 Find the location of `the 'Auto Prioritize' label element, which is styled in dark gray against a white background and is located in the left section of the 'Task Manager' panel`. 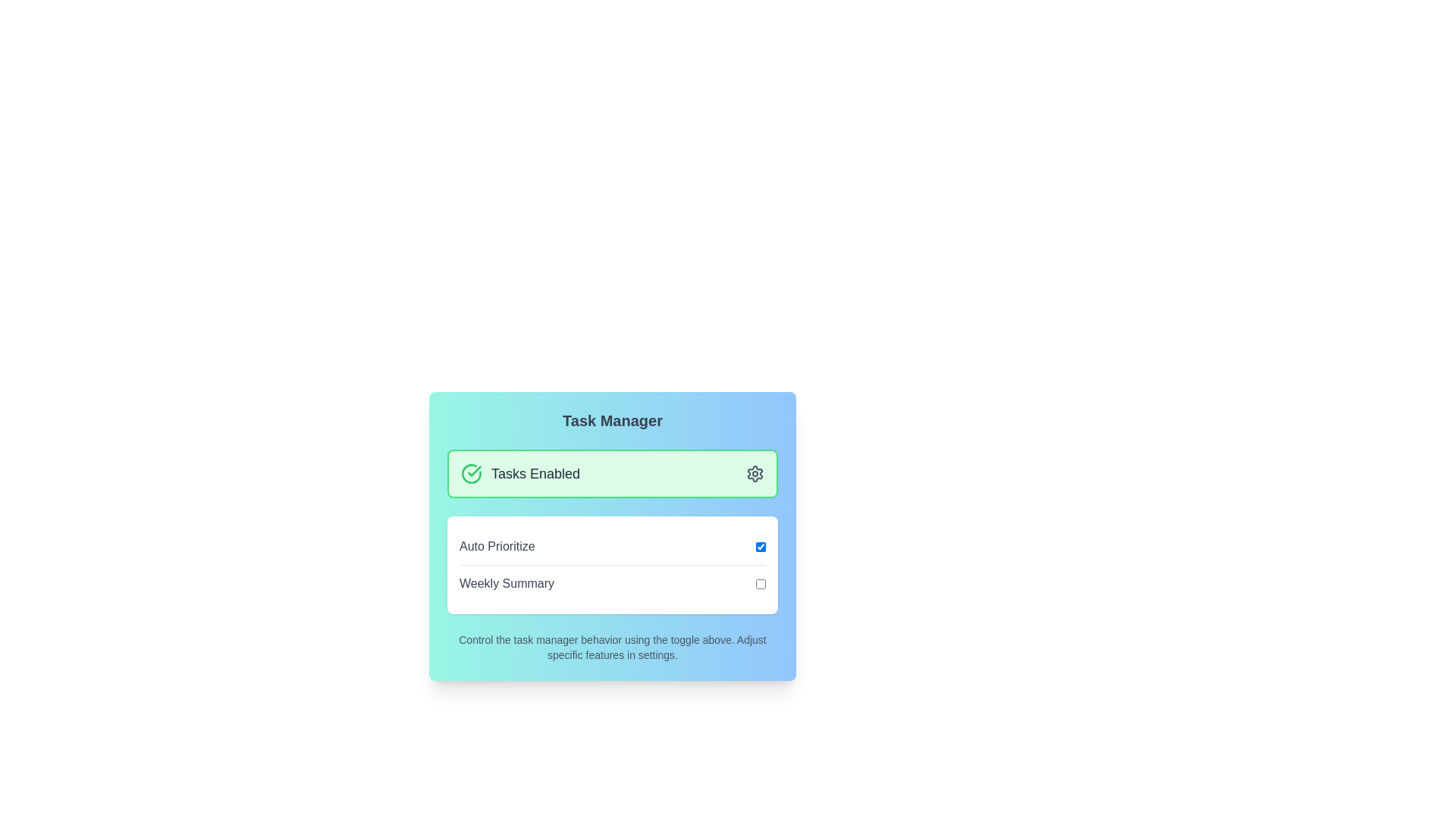

the 'Auto Prioritize' label element, which is styled in dark gray against a white background and is located in the left section of the 'Task Manager' panel is located at coordinates (497, 547).